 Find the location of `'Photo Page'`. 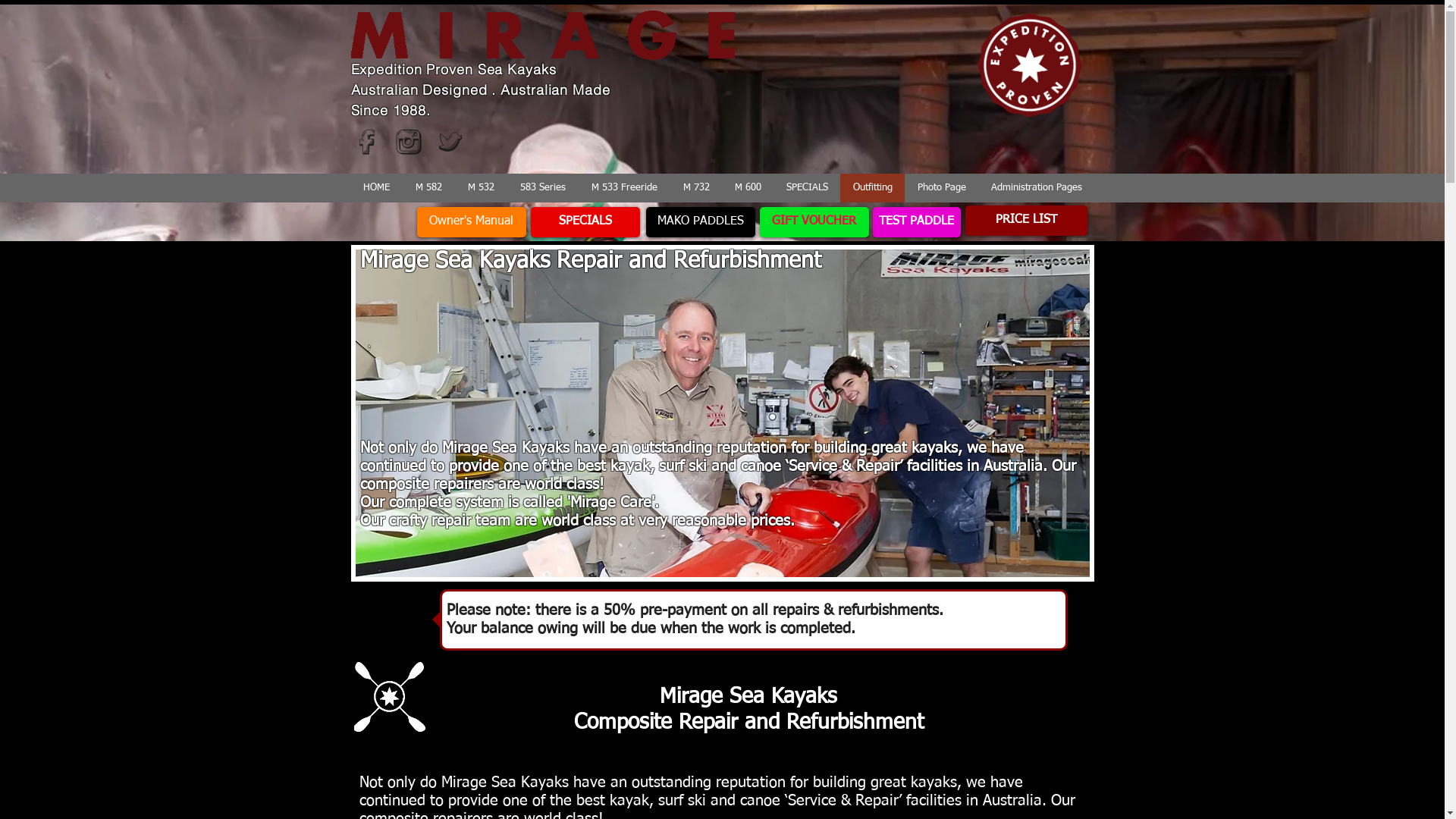

'Photo Page' is located at coordinates (940, 187).